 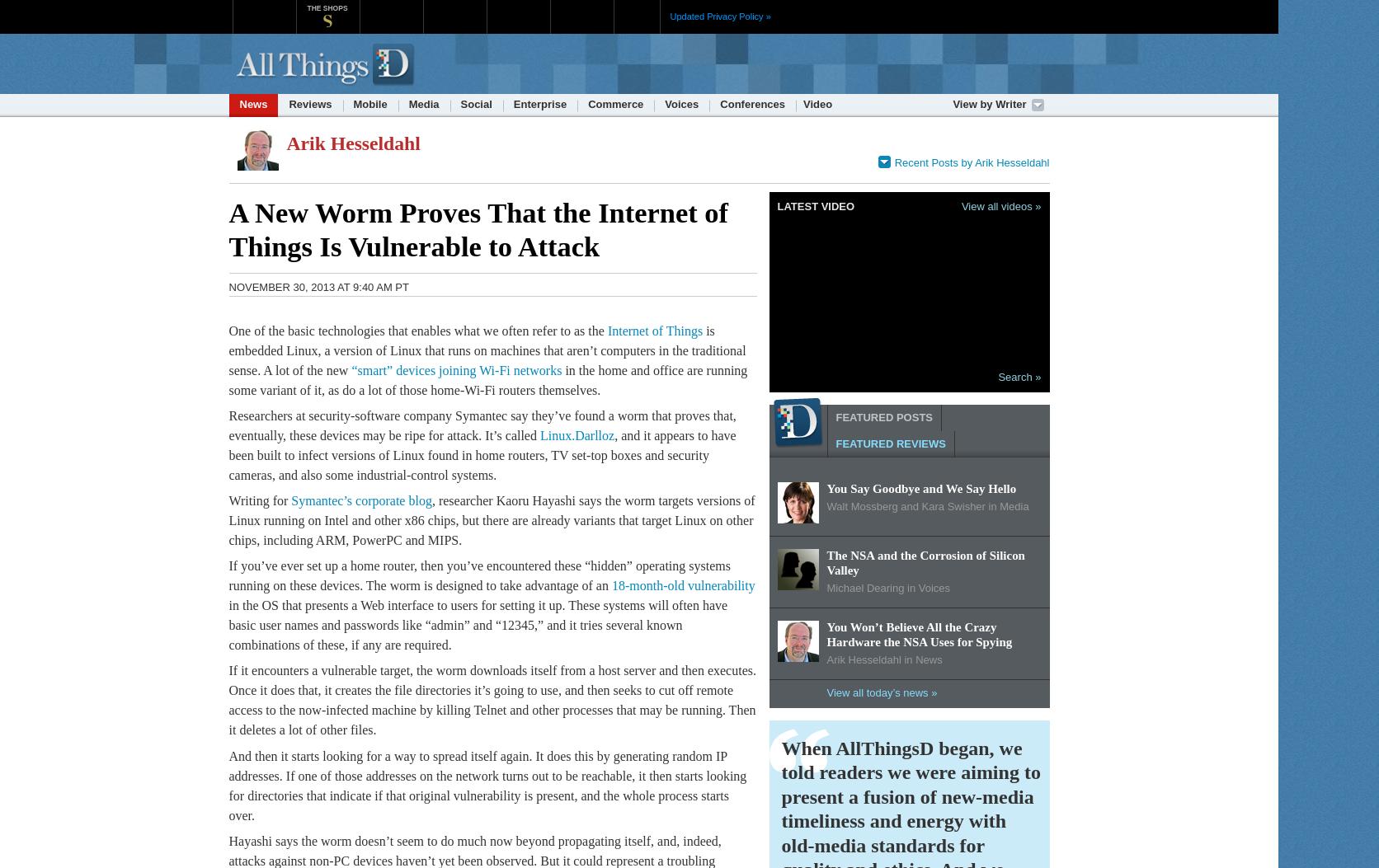 I want to click on 'Mobile', so click(x=353, y=104).